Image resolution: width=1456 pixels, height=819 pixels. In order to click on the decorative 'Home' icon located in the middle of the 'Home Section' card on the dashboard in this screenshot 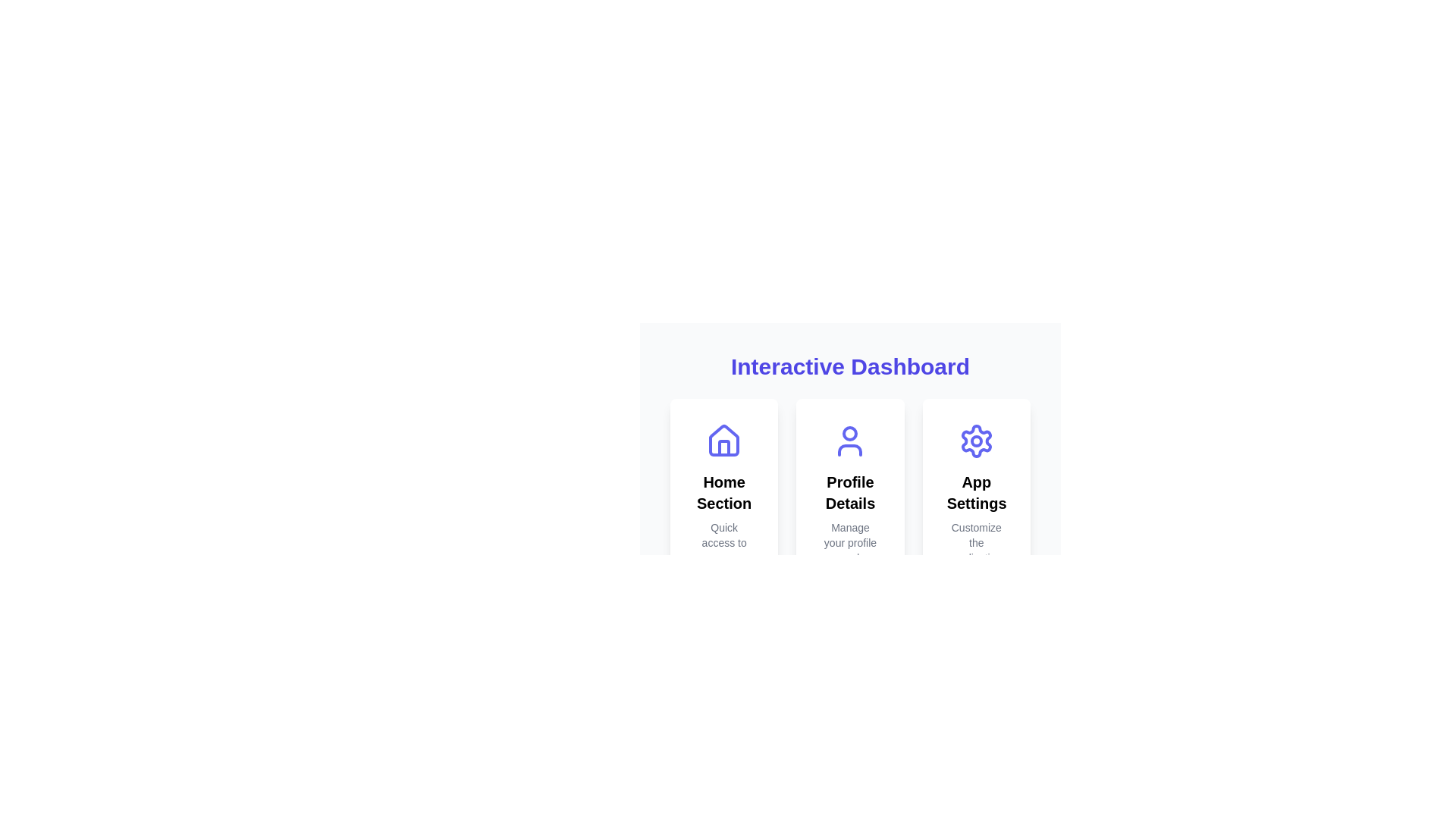, I will do `click(723, 441)`.